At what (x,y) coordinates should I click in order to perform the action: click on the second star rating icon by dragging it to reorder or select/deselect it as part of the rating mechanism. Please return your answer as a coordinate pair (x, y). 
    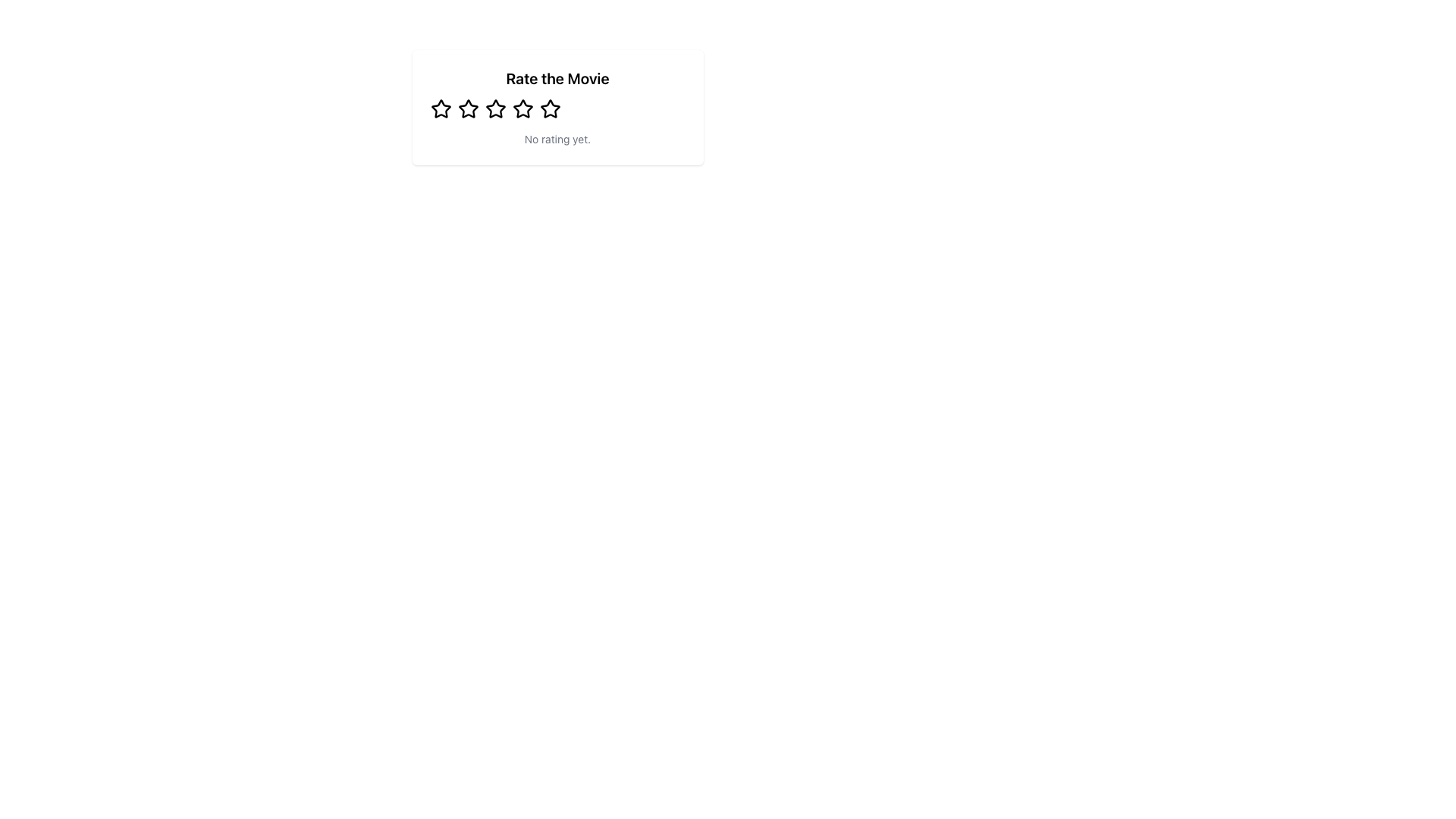
    Looking at the image, I should click on (495, 108).